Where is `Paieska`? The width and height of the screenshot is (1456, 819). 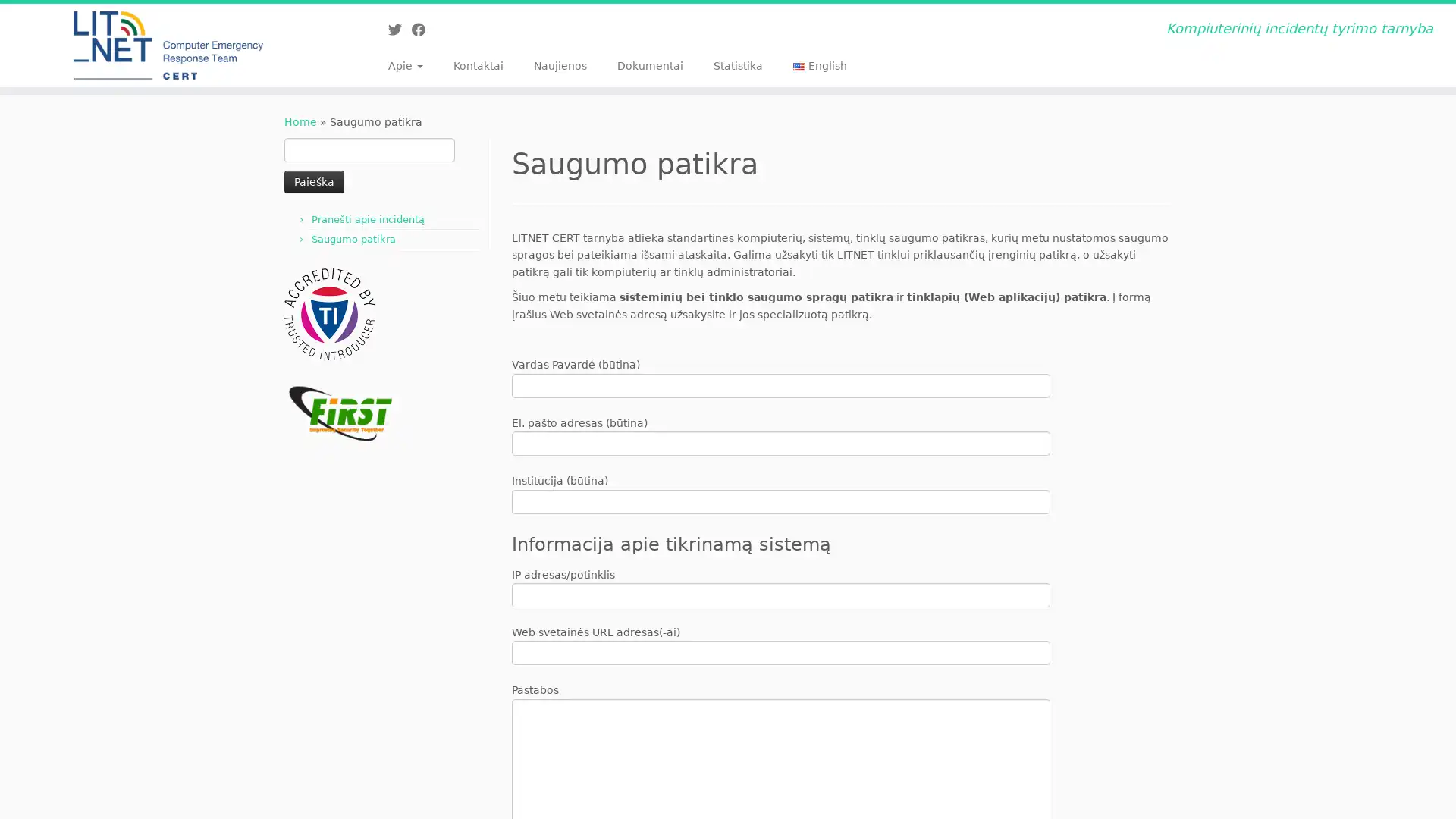
Paieska is located at coordinates (313, 180).